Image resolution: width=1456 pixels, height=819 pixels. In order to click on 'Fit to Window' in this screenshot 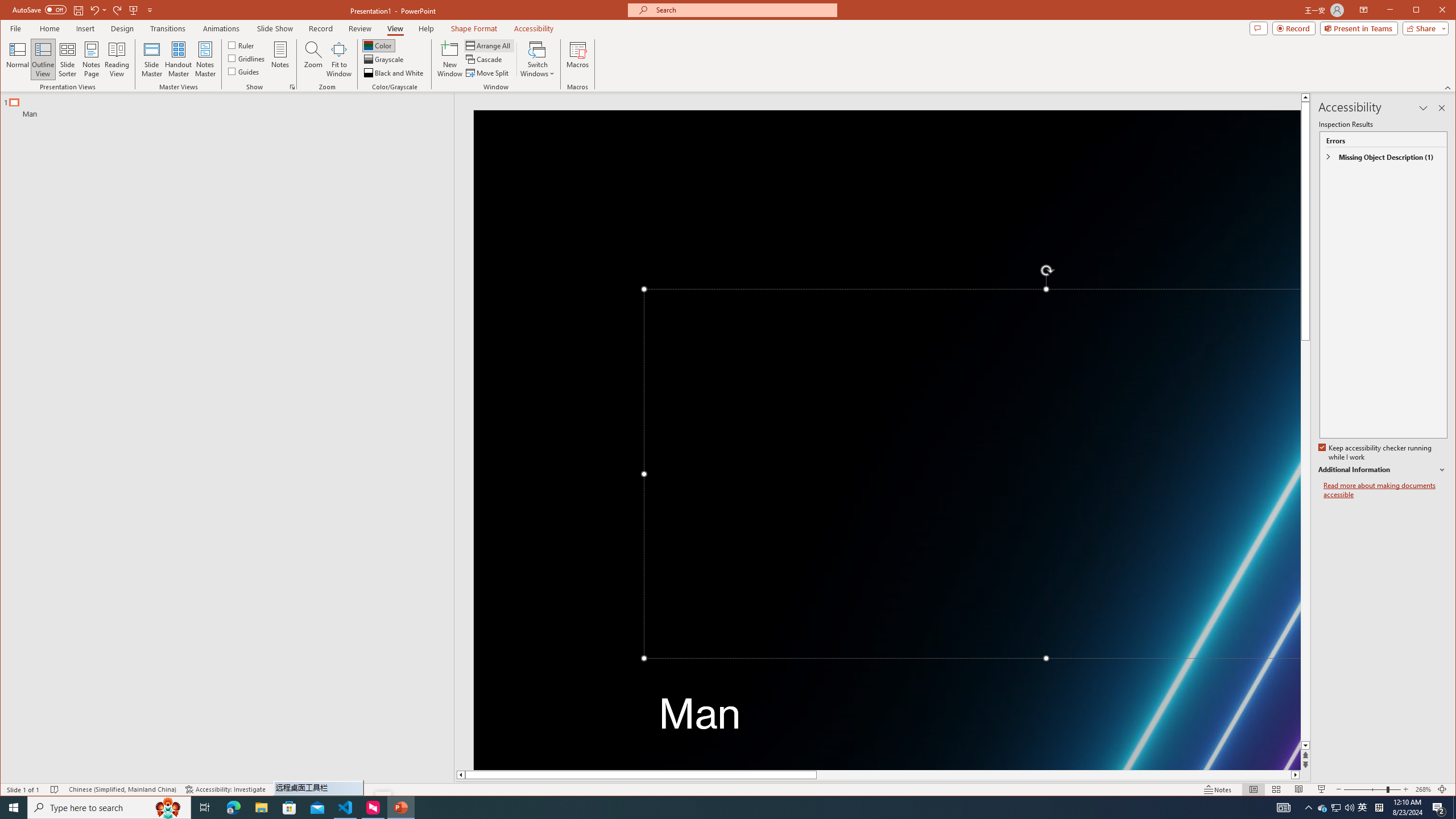, I will do `click(338, 59)`.